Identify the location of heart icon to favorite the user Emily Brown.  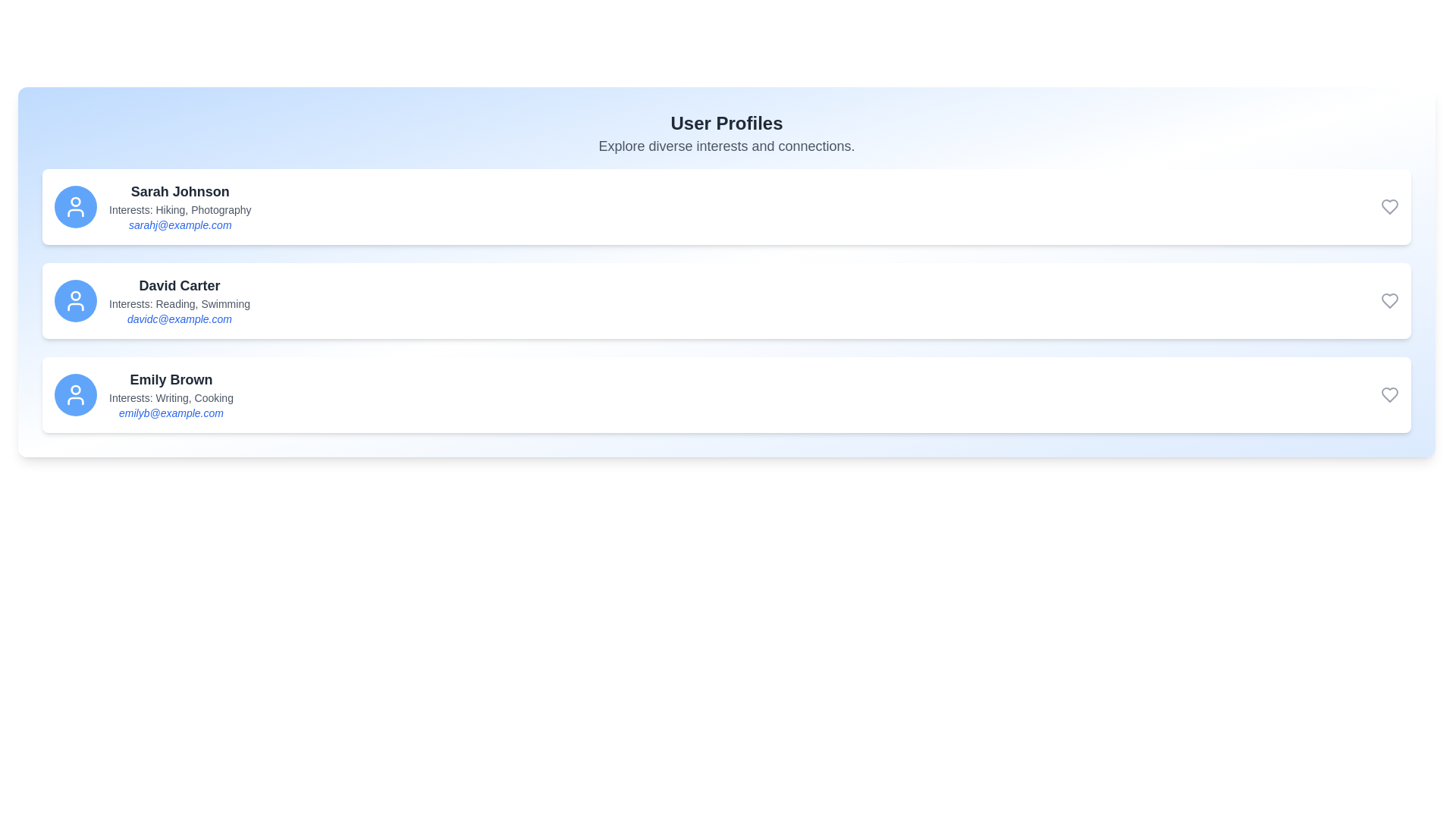
(1390, 394).